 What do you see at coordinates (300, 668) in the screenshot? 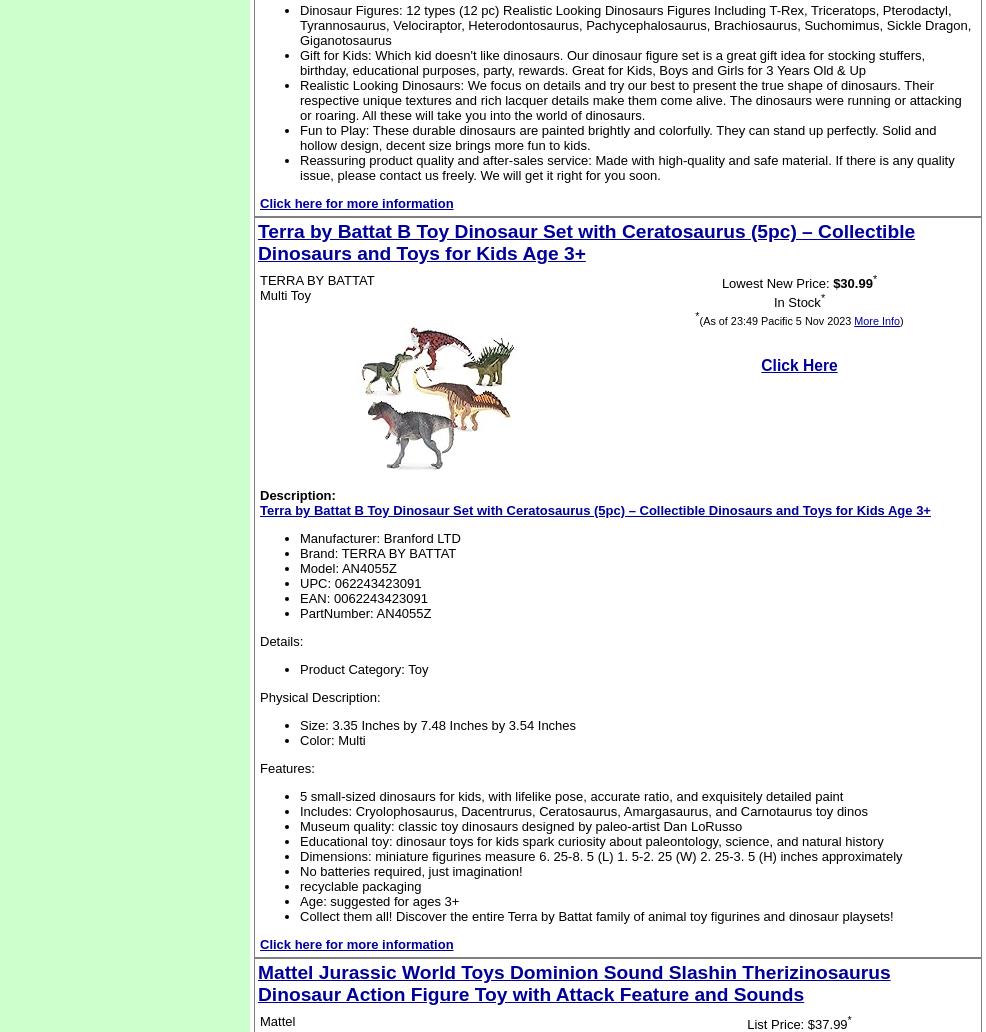
I see `'Product Category: Toy'` at bounding box center [300, 668].